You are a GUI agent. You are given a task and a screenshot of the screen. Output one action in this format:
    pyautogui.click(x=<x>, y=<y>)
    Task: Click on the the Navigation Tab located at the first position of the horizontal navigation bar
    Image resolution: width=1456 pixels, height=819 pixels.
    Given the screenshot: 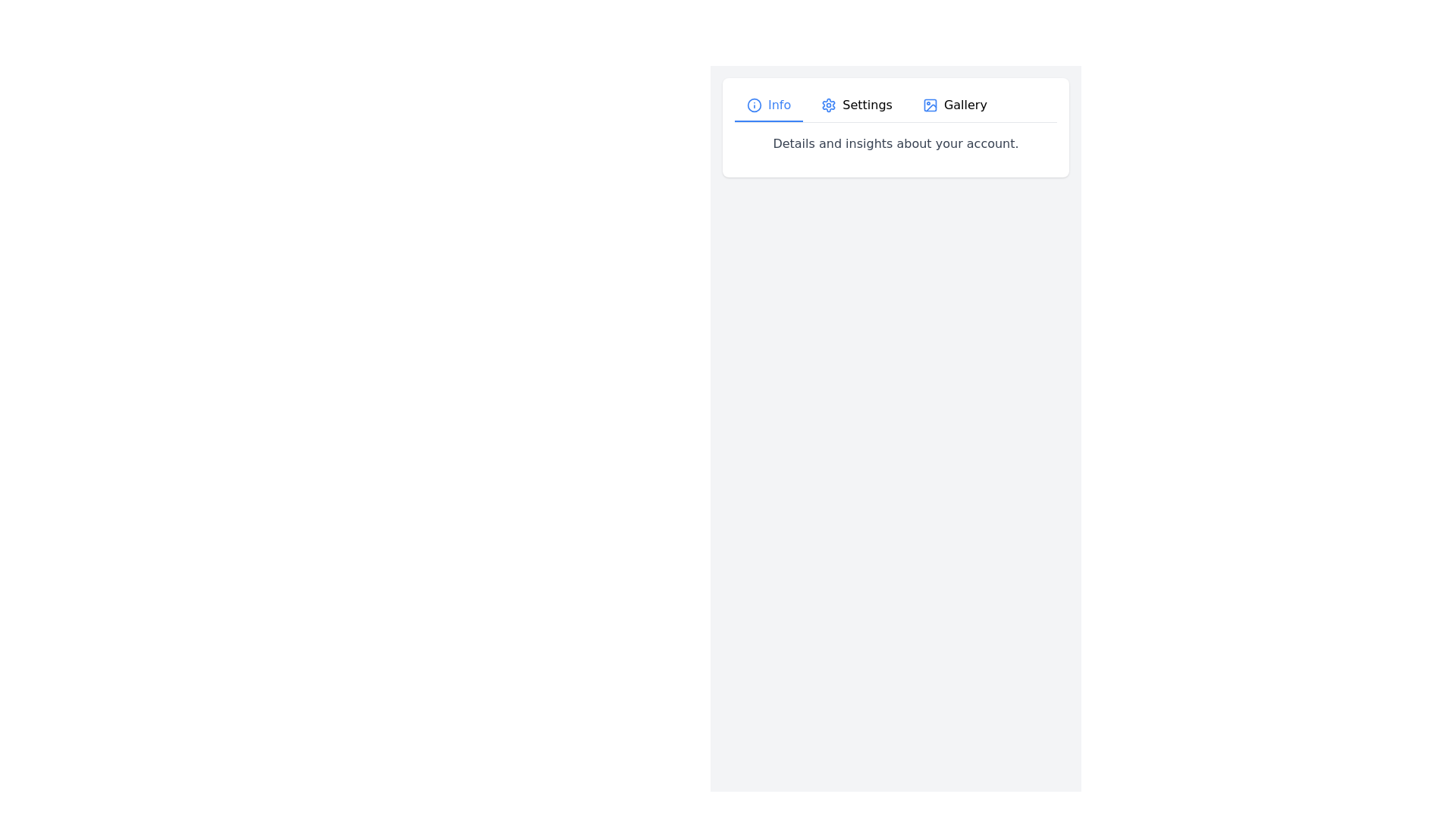 What is the action you would take?
    pyautogui.click(x=769, y=105)
    